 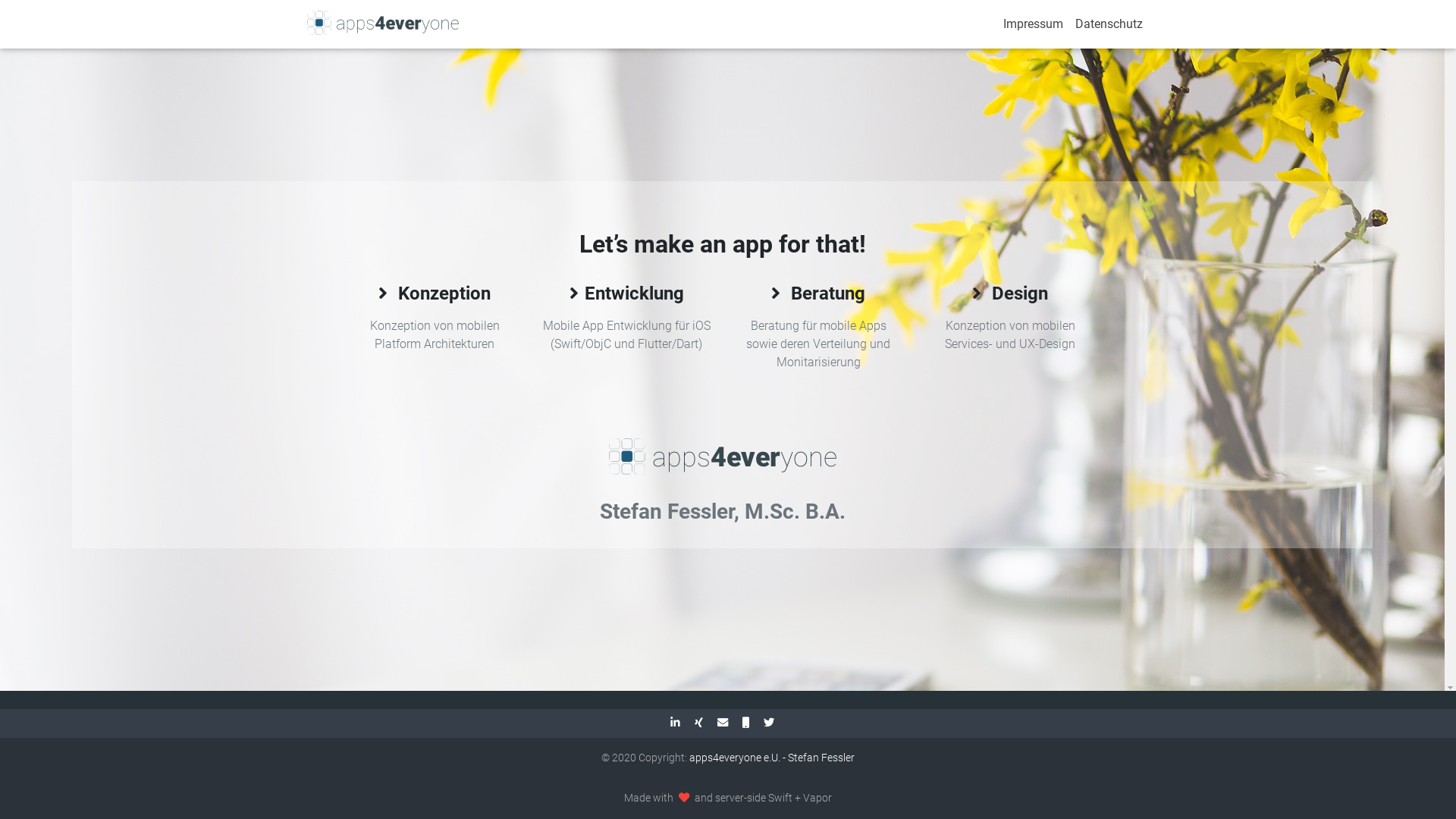 What do you see at coordinates (771, 758) in the screenshot?
I see `'apps4everyone e.U. - Stefan Fessler'` at bounding box center [771, 758].